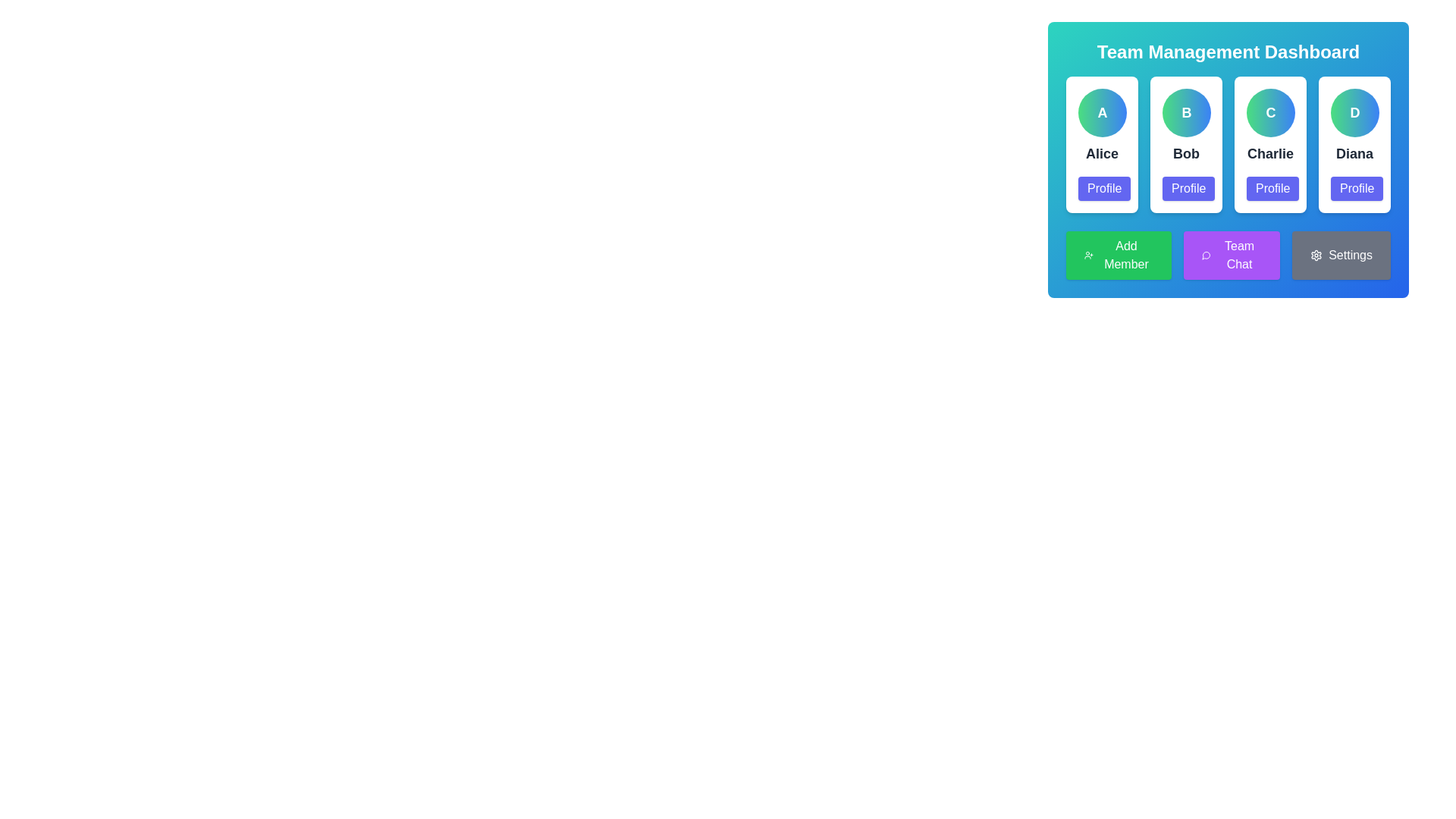 The height and width of the screenshot is (819, 1456). I want to click on the Circular Icon or Badge representing the initial 'C' for Charlie, located above the name label 'Charlie', so click(1270, 112).